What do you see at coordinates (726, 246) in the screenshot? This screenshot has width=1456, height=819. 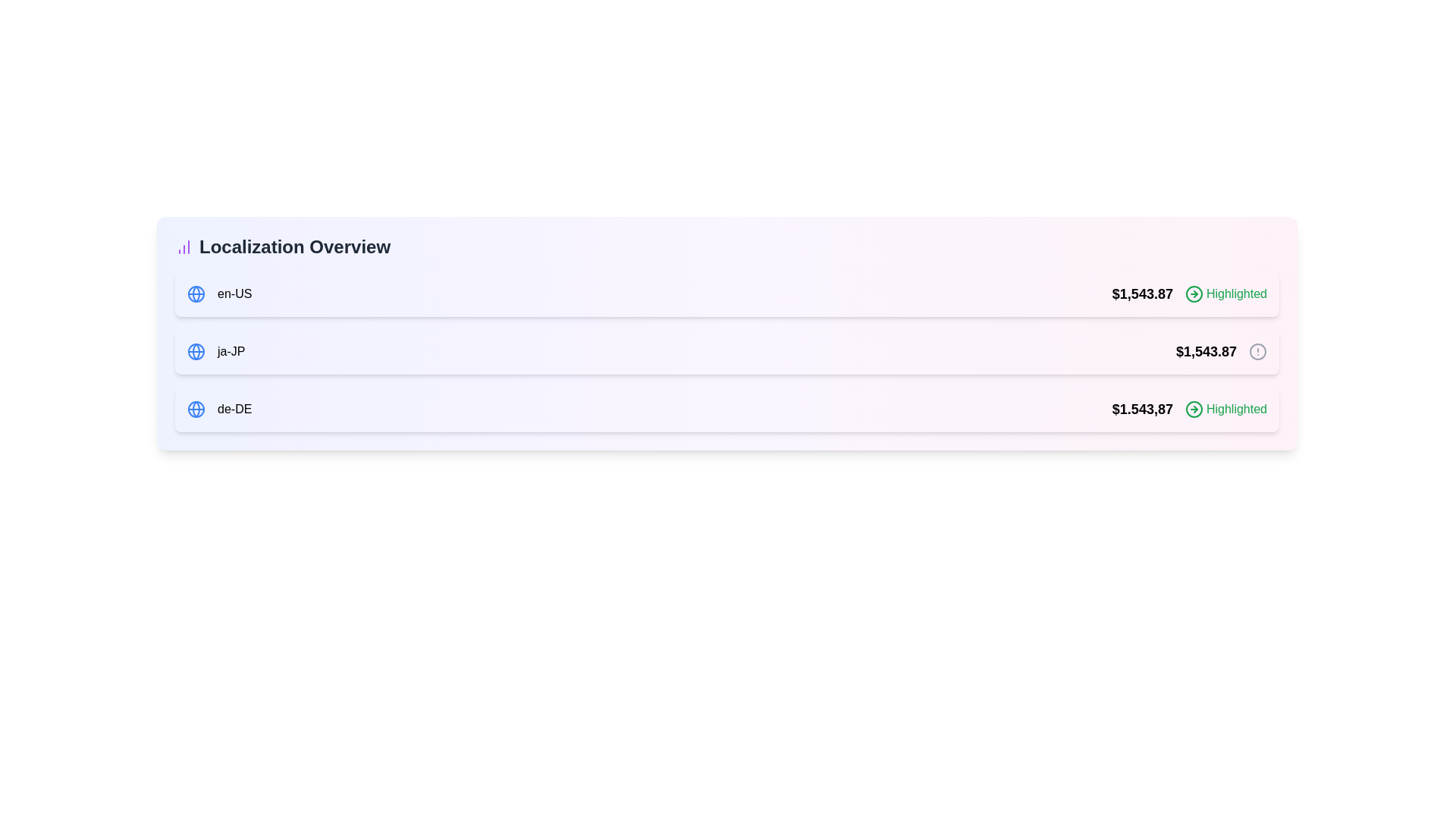 I see `the localization section referenced` at bounding box center [726, 246].